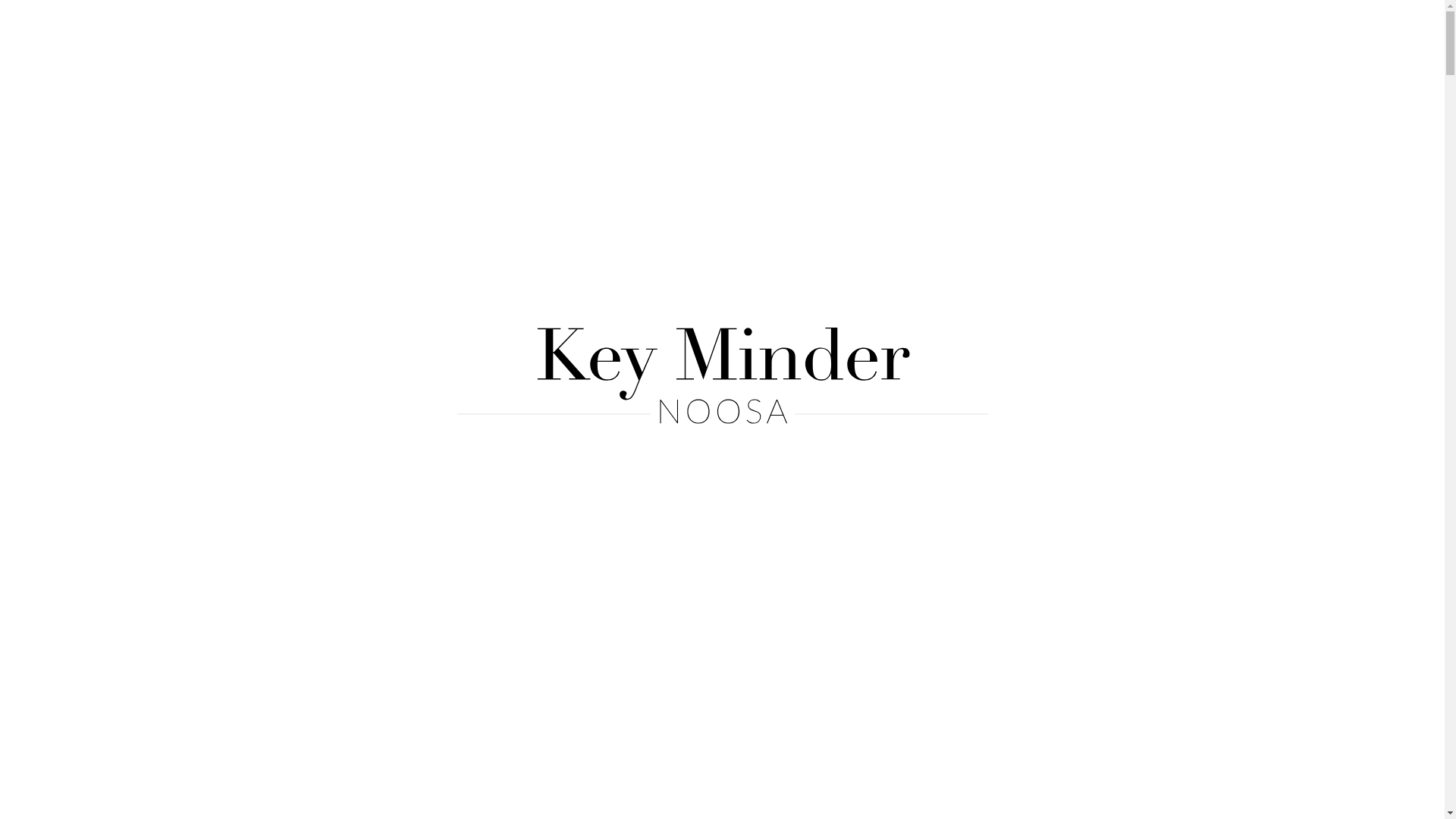 The image size is (1456, 819). Describe the element at coordinates (720, 375) in the screenshot. I see `'Key Minder Noosa'` at that location.